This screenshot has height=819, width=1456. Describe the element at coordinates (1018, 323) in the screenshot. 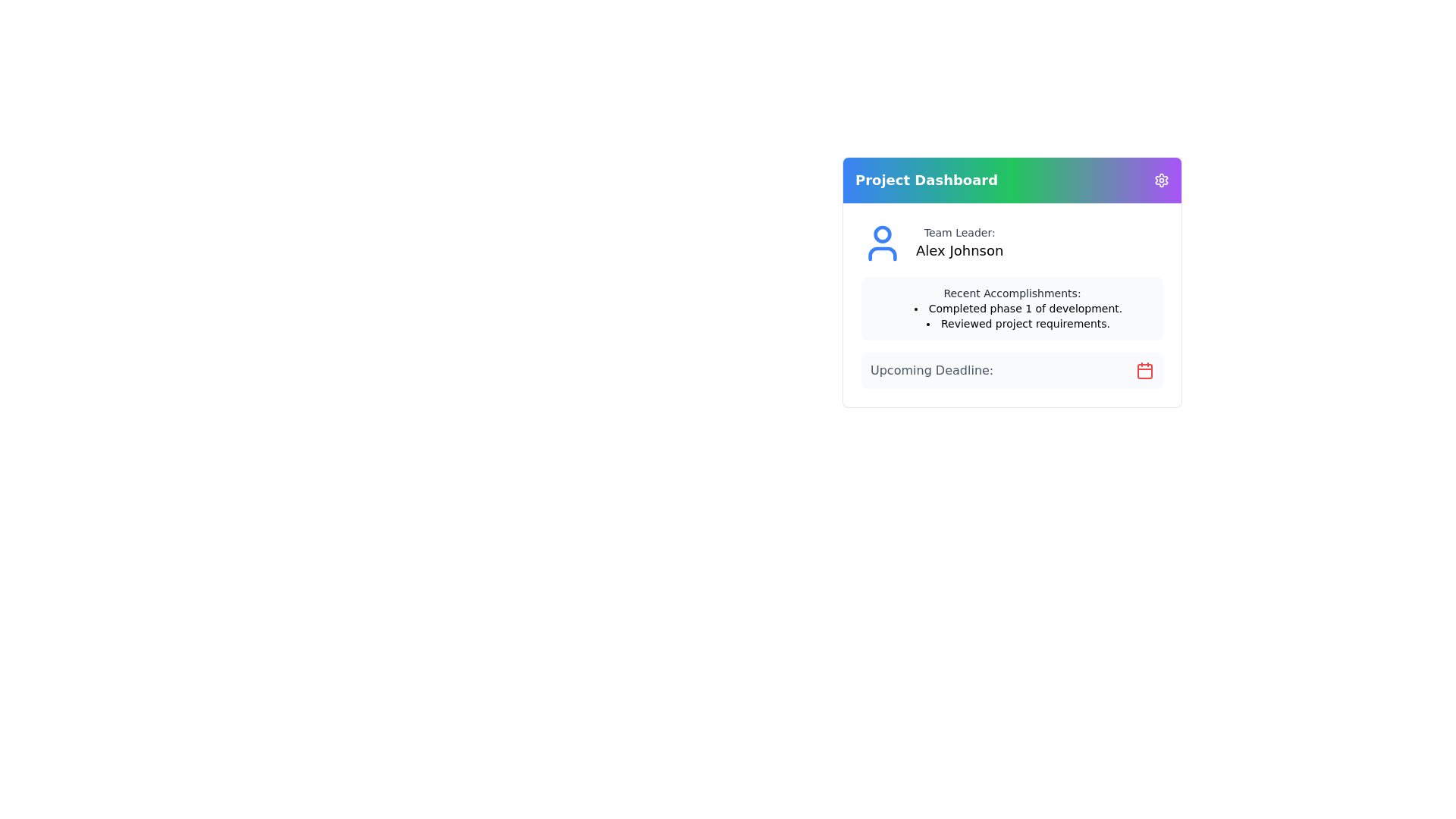

I see `the informational text indicating the accomplishment of reviewing project requirements, which is the second item in the bulleted list under the 'Recent Accomplishments' section of the project dashboard card` at that location.